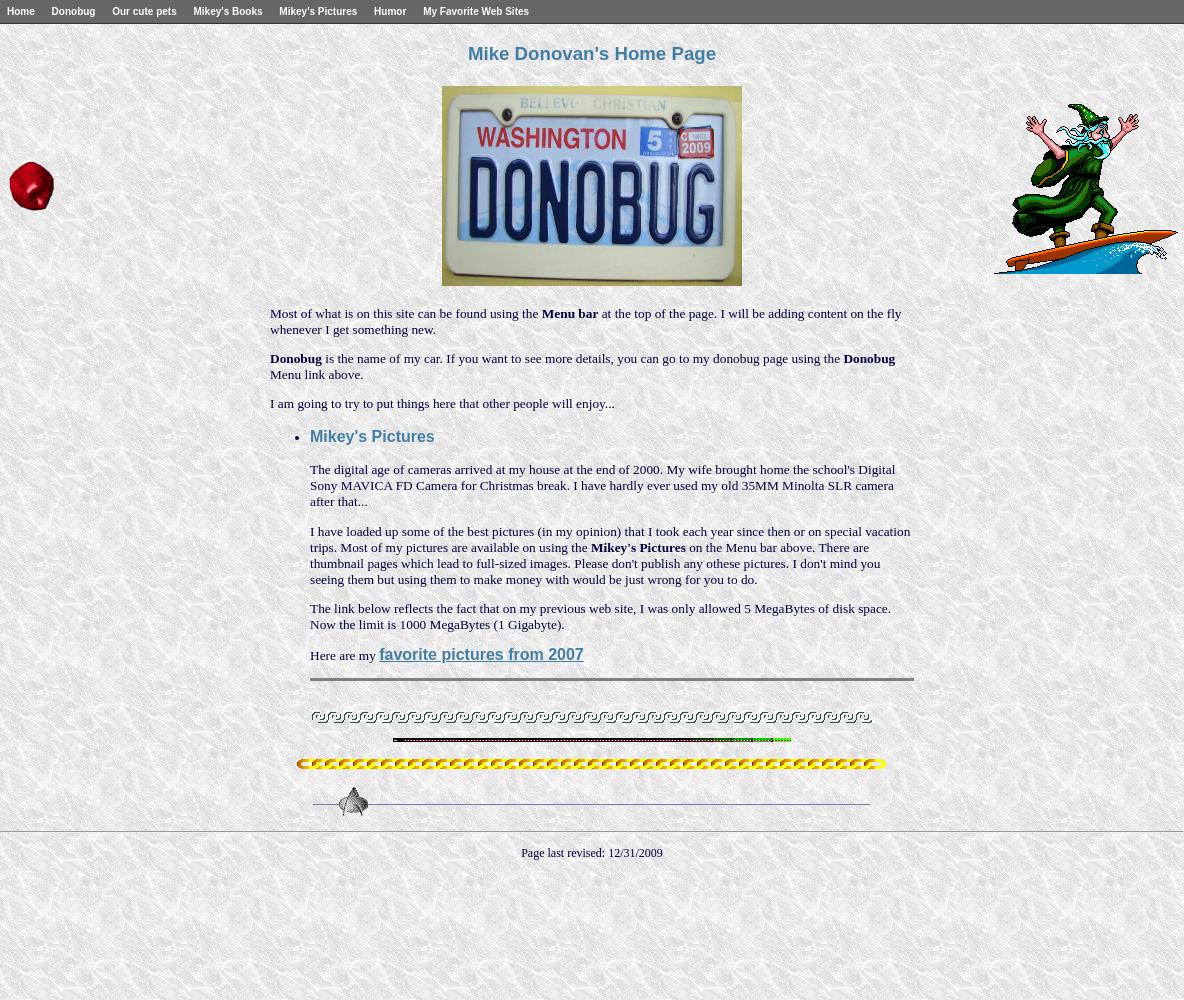 Image resolution: width=1184 pixels, height=1000 pixels. What do you see at coordinates (65, 27) in the screenshot?
I see `'Donobug Picture Index'` at bounding box center [65, 27].